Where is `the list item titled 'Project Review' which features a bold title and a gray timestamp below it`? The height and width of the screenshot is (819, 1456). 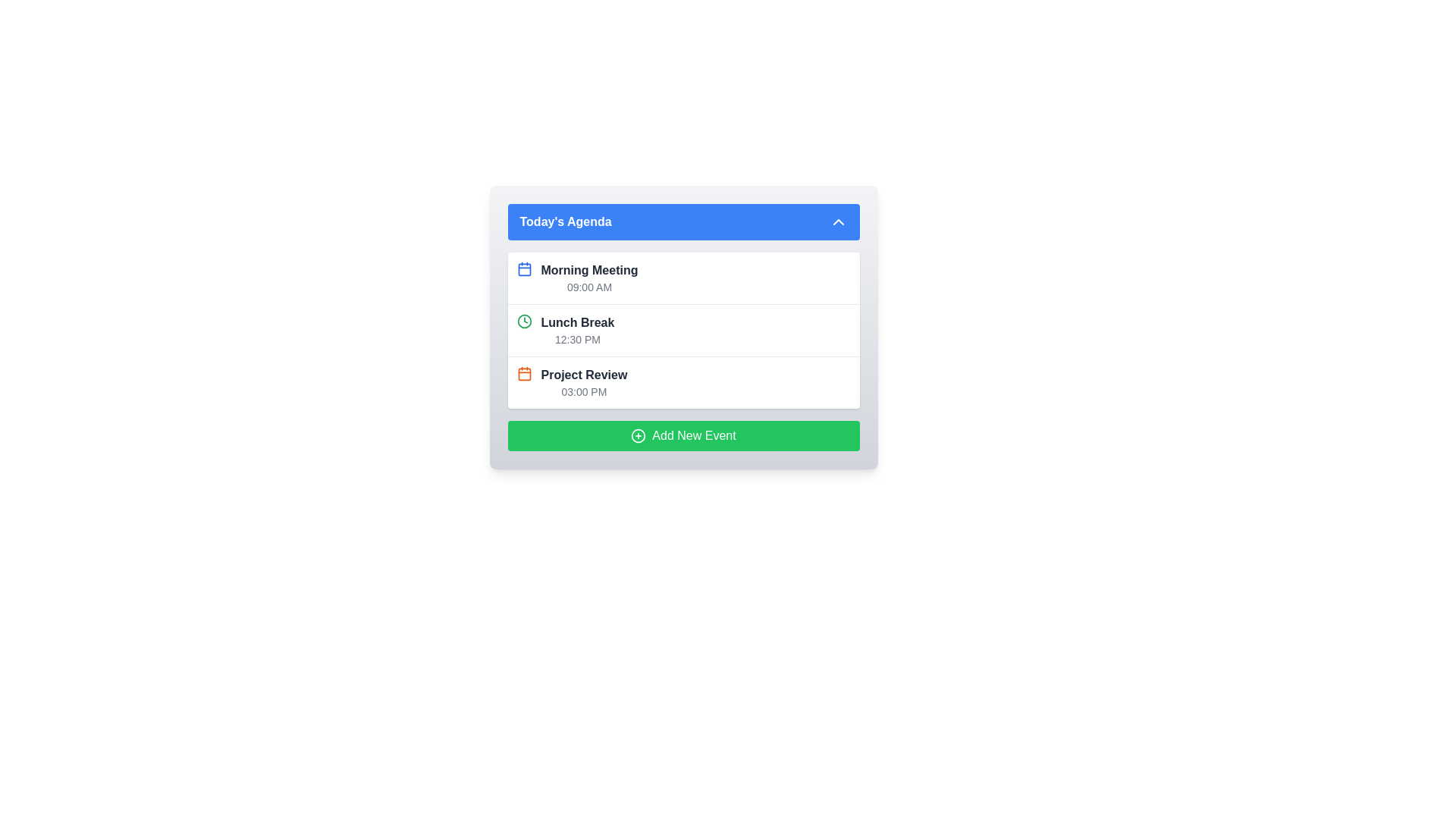 the list item titled 'Project Review' which features a bold title and a gray timestamp below it is located at coordinates (682, 381).